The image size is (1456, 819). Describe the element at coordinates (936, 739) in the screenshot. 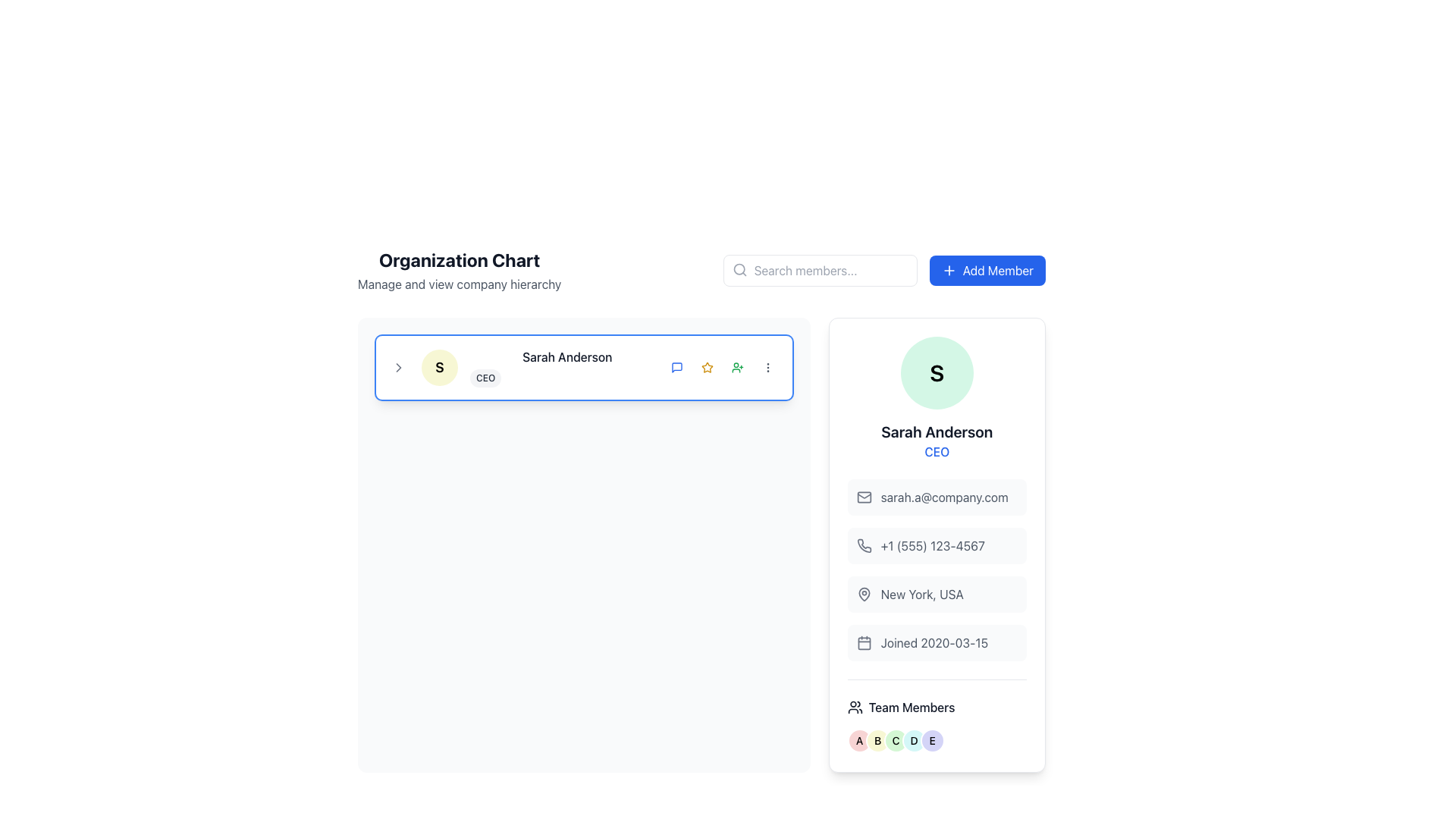

I see `the highlighted circular avatar representation labeled 'E' with a pastel purple background located in the bottom right section of the user detail panel under 'Team Members'` at that location.